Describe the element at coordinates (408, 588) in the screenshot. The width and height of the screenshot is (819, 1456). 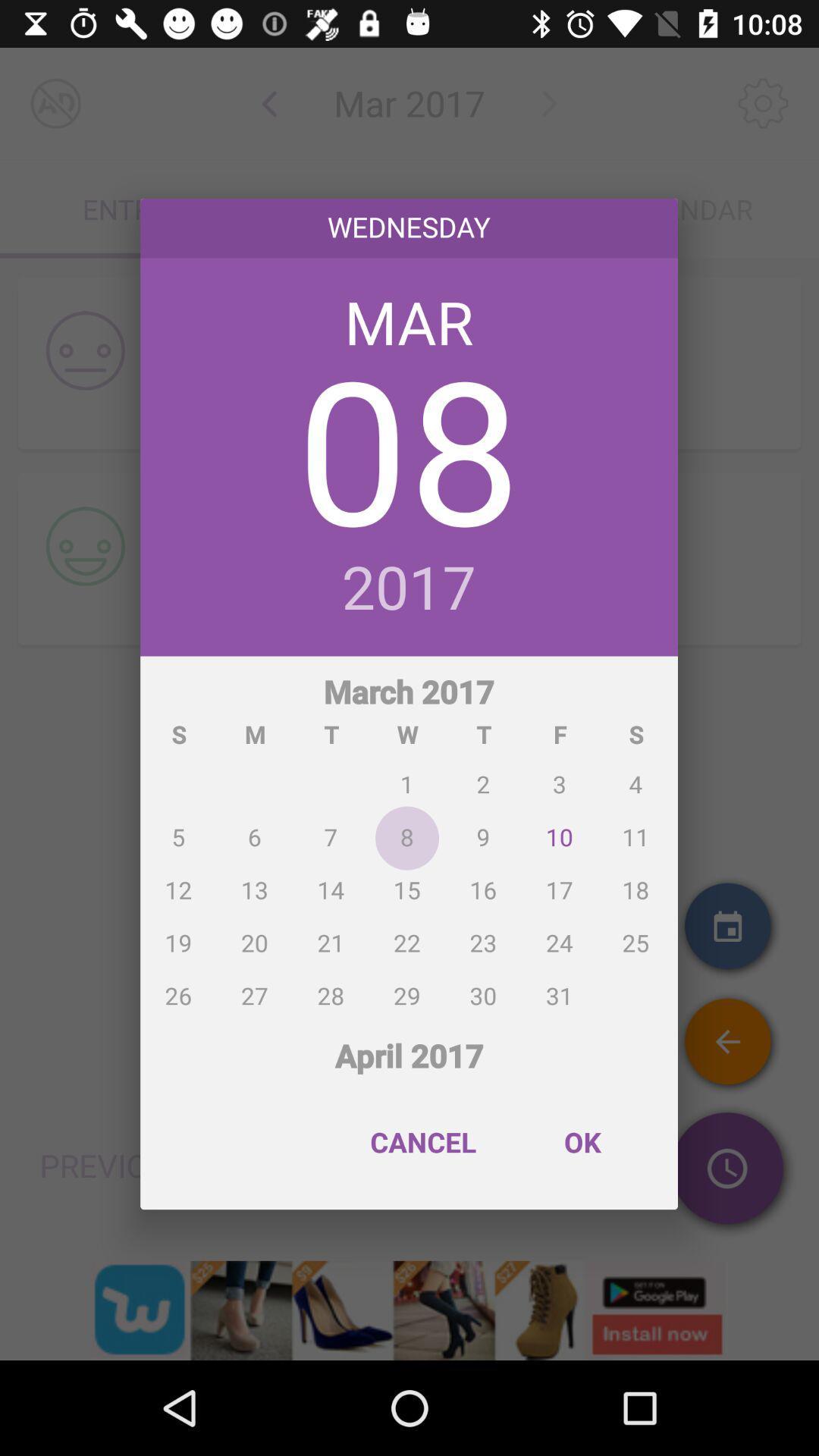
I see `the app below the 08 icon` at that location.